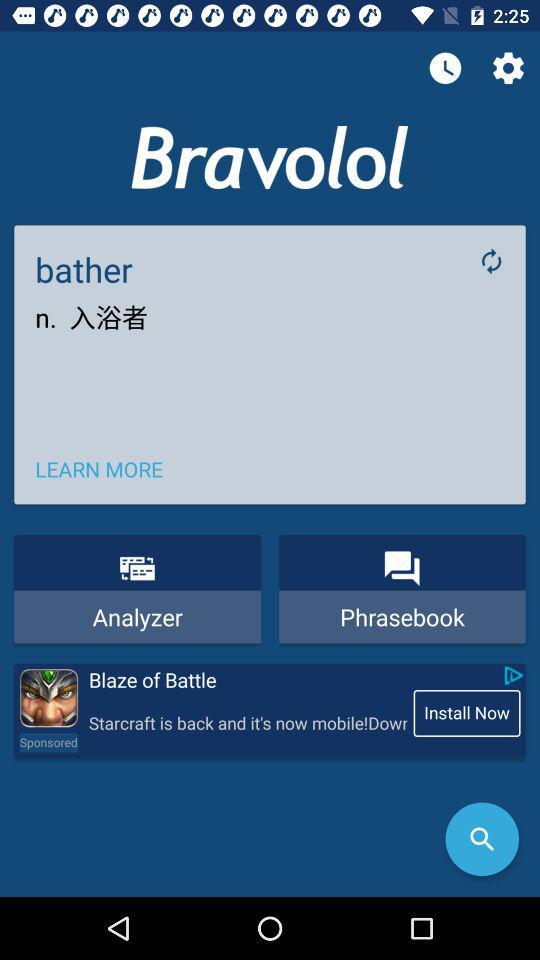 This screenshot has width=540, height=960. What do you see at coordinates (247, 722) in the screenshot?
I see `the icon next to the install now` at bounding box center [247, 722].